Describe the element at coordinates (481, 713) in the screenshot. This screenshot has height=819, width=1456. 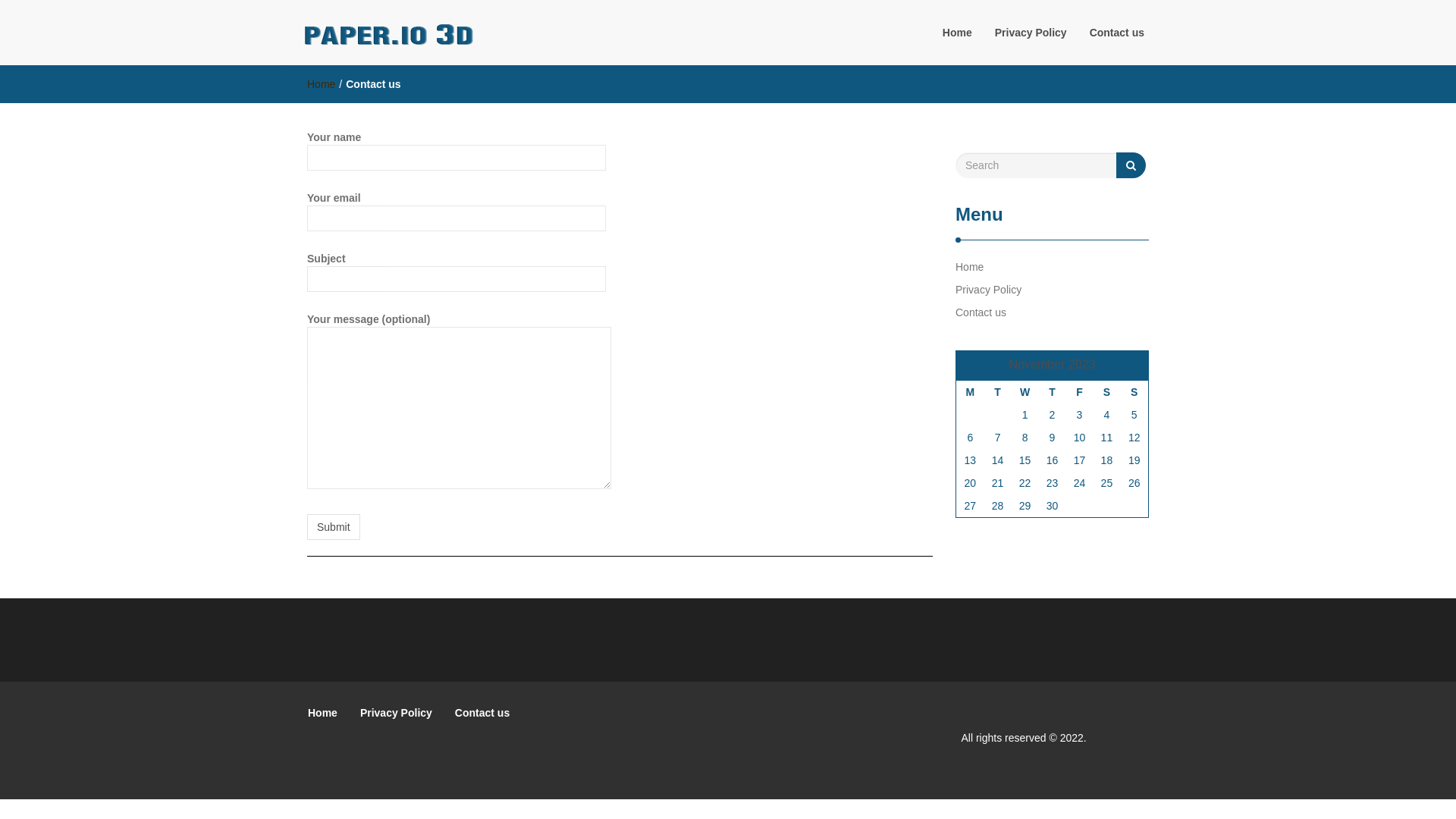
I see `'Contact us'` at that location.